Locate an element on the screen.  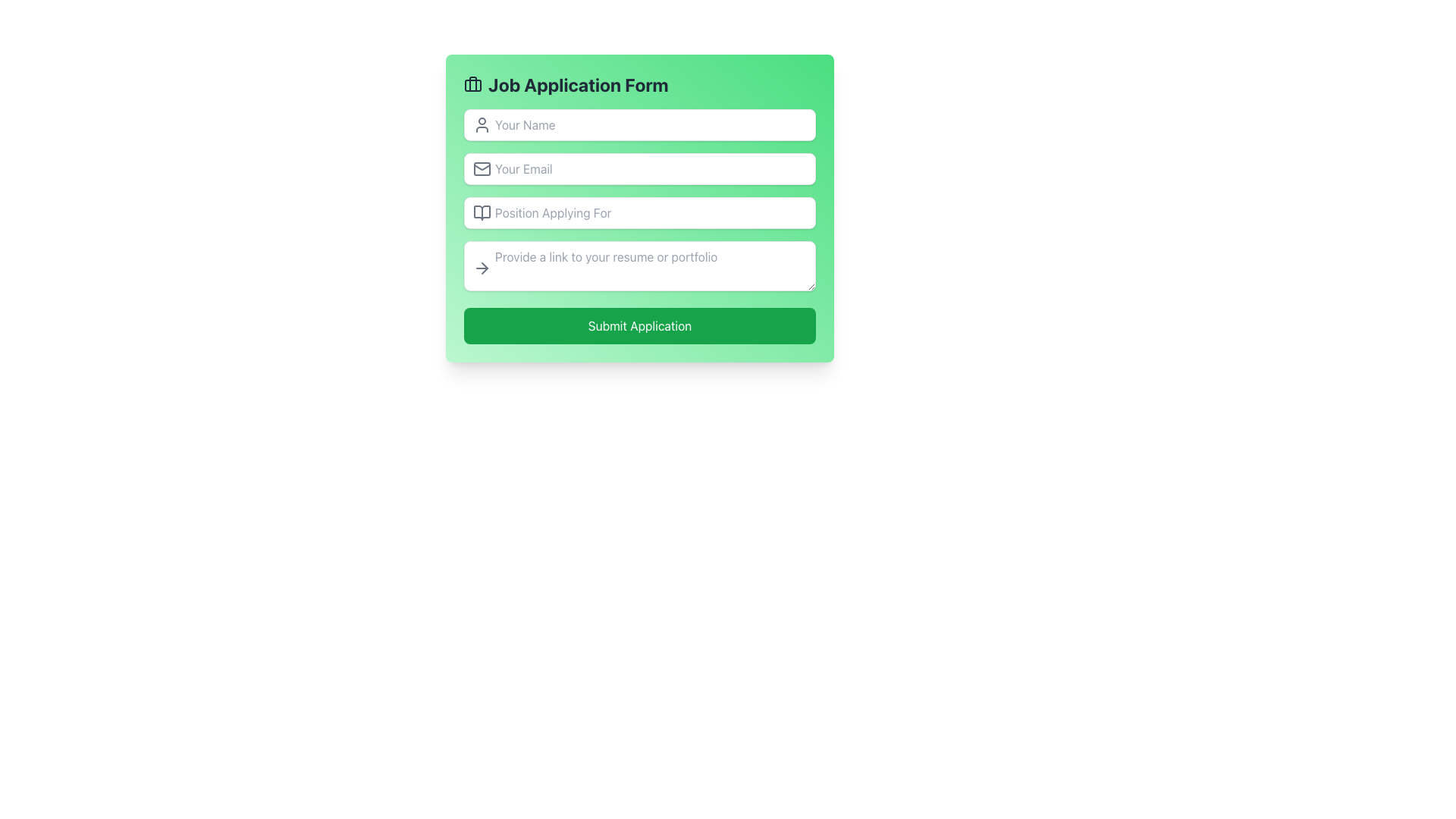
the icon located to the left of the input field in the 'Job Application Form', which serves as a visual indicator for providing a resume or portfolio link is located at coordinates (481, 268).